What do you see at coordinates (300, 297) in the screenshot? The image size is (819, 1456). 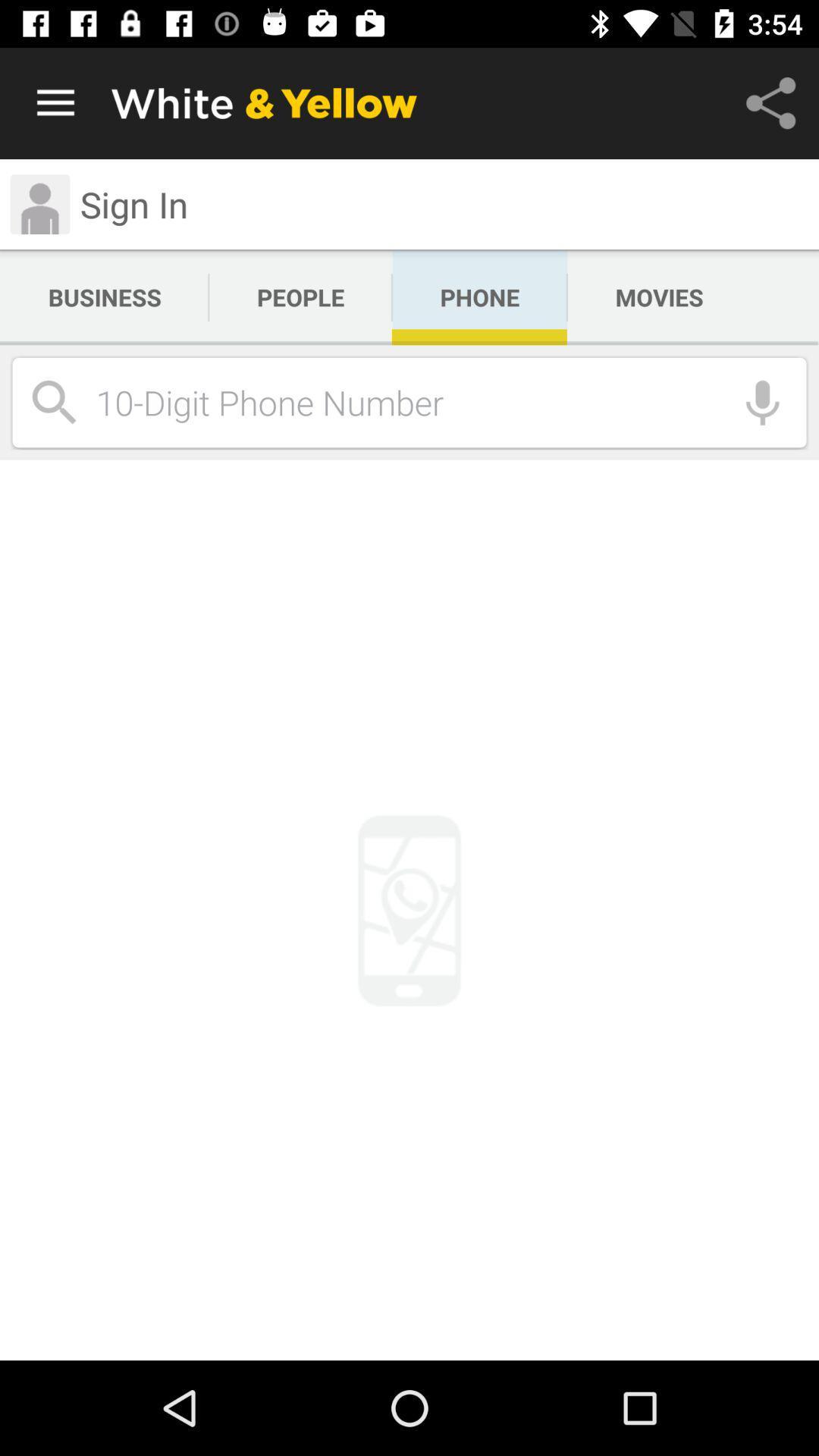 I see `the people app` at bounding box center [300, 297].